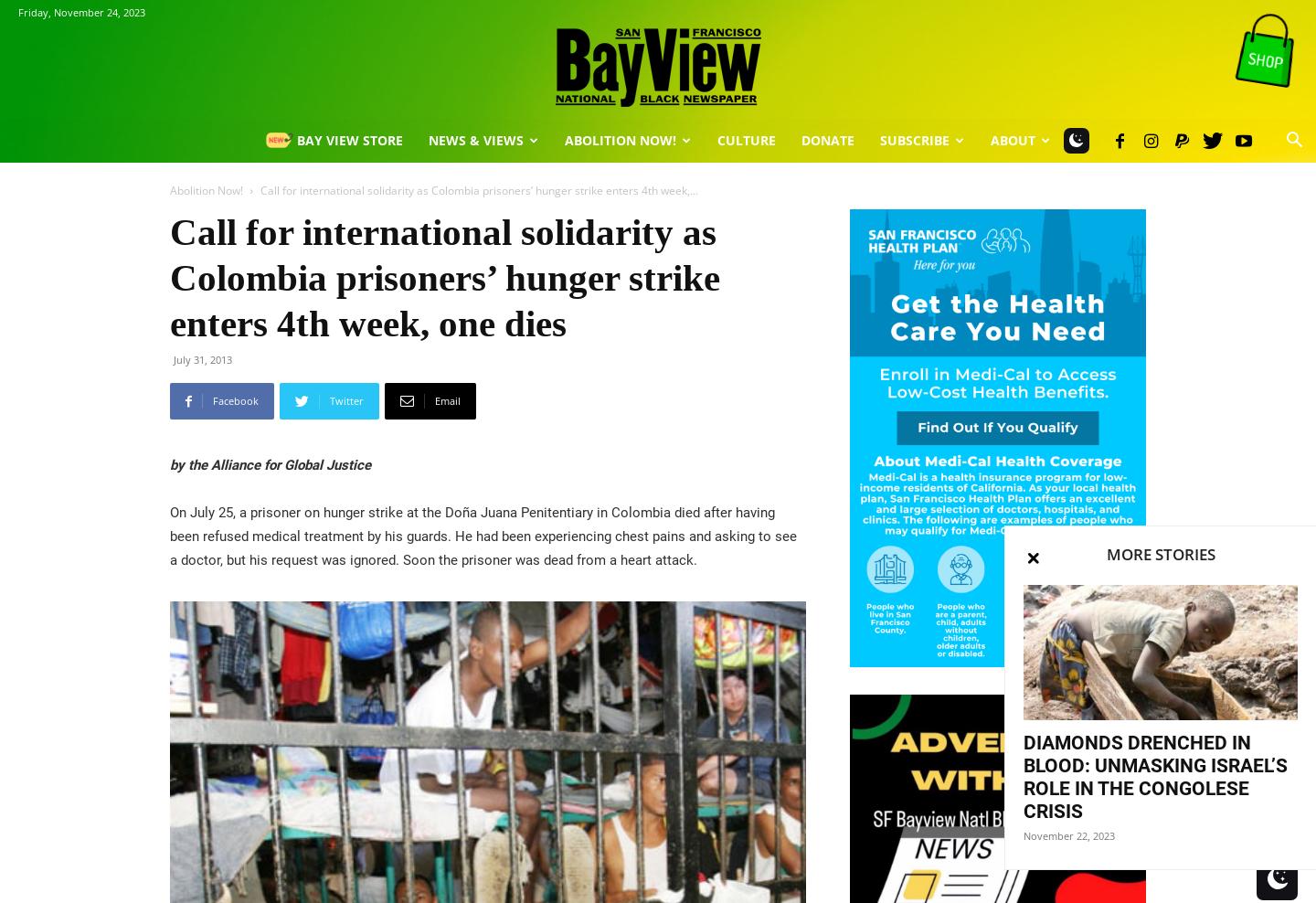 Image resolution: width=1316 pixels, height=903 pixels. What do you see at coordinates (329, 400) in the screenshot?
I see `'Twitter'` at bounding box center [329, 400].